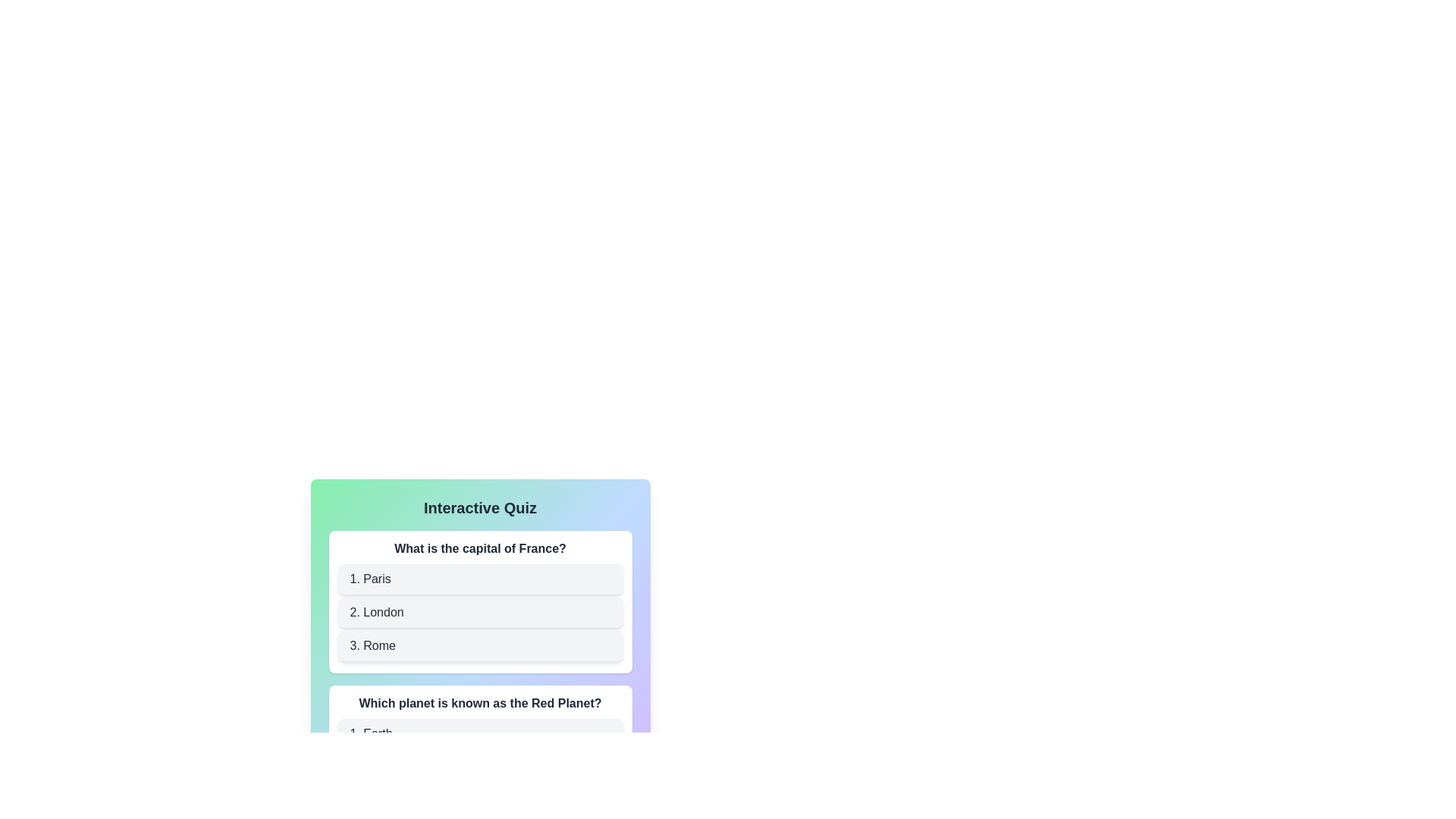 The height and width of the screenshot is (819, 1456). Describe the element at coordinates (479, 579) in the screenshot. I see `the button labeled '1. Paris'` at that location.